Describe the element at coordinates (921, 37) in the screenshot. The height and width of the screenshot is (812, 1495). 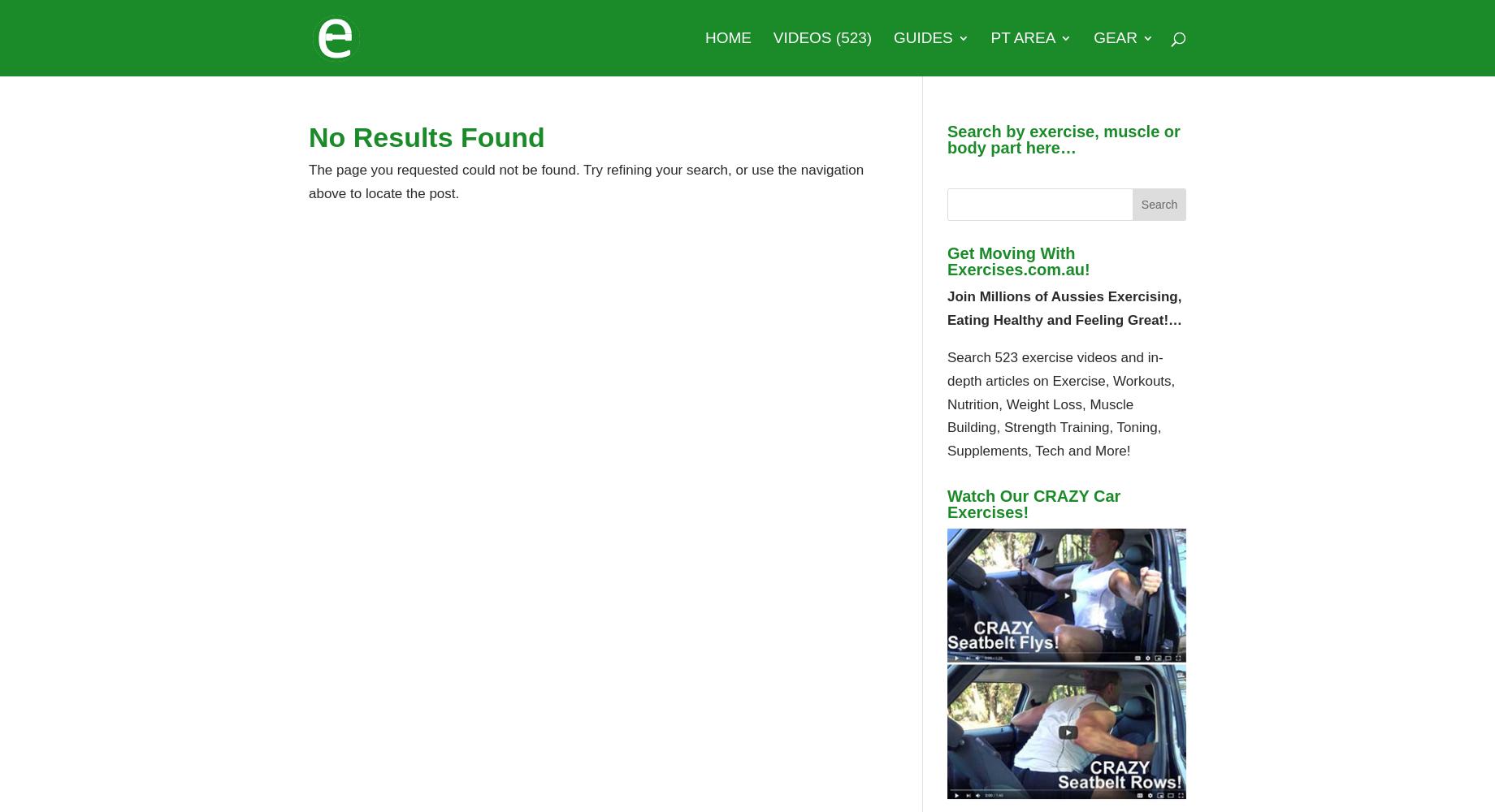
I see `'Guides'` at that location.